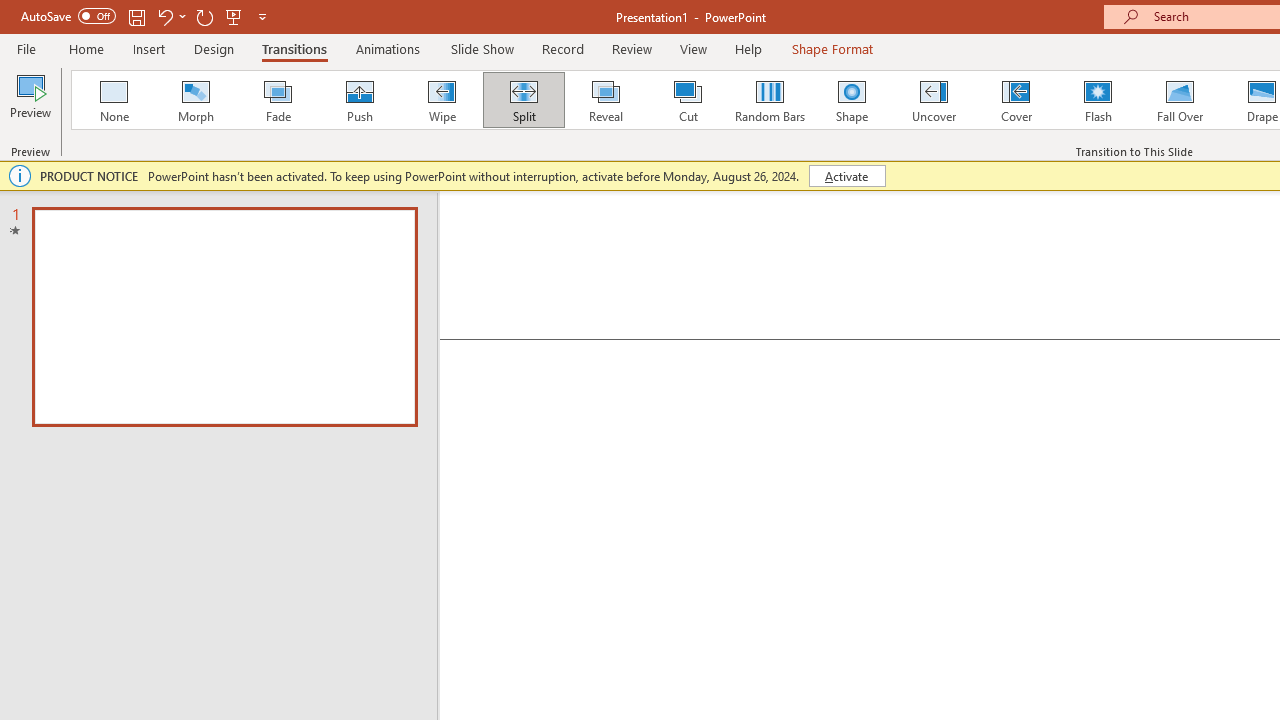 The width and height of the screenshot is (1280, 720). What do you see at coordinates (769, 100) in the screenshot?
I see `'Random Bars'` at bounding box center [769, 100].